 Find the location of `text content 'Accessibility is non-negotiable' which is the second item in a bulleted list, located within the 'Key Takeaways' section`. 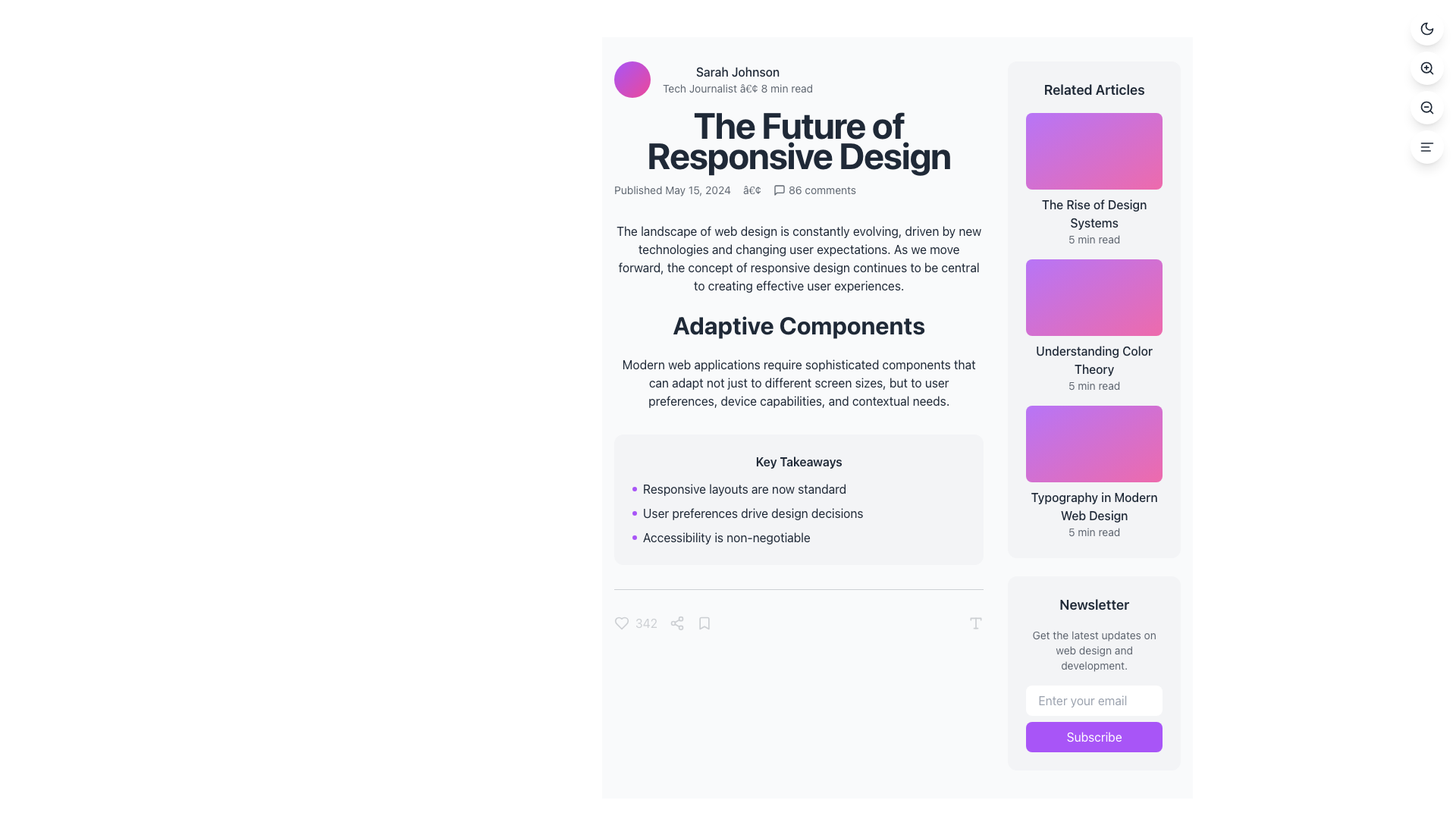

text content 'Accessibility is non-negotiable' which is the second item in a bulleted list, located within the 'Key Takeaways' section is located at coordinates (726, 537).